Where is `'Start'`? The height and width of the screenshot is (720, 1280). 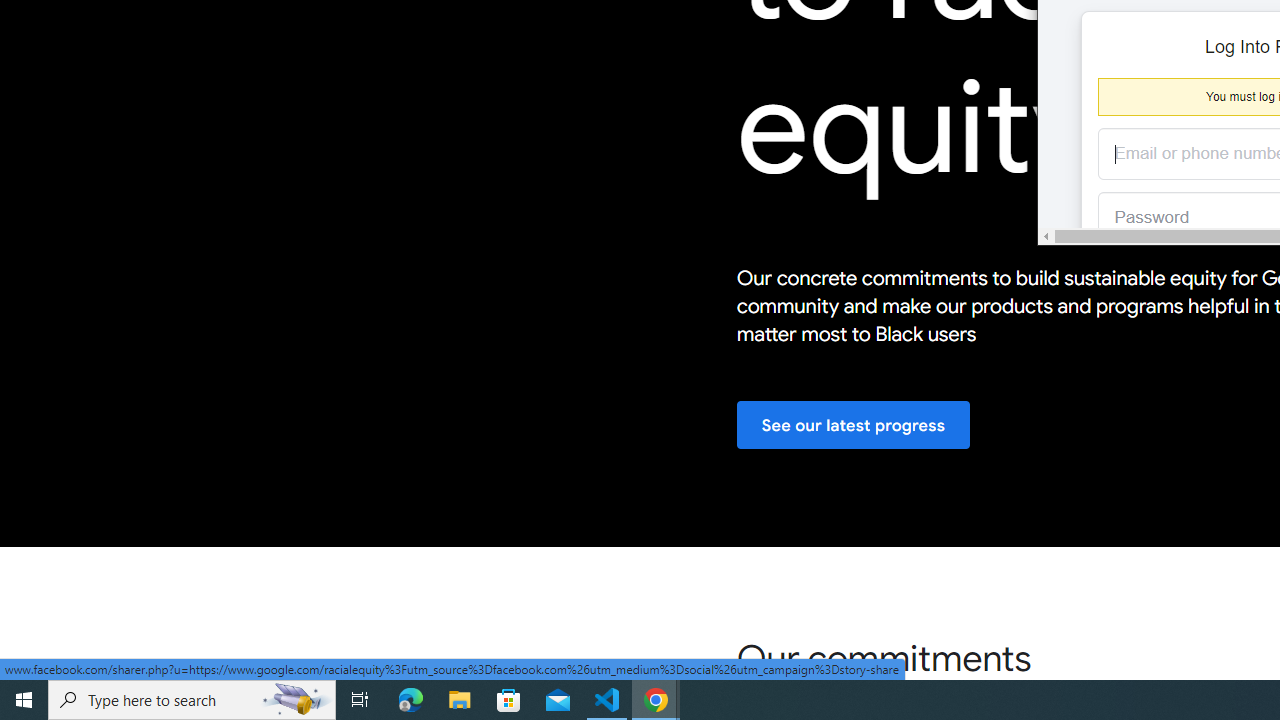
'Start' is located at coordinates (24, 698).